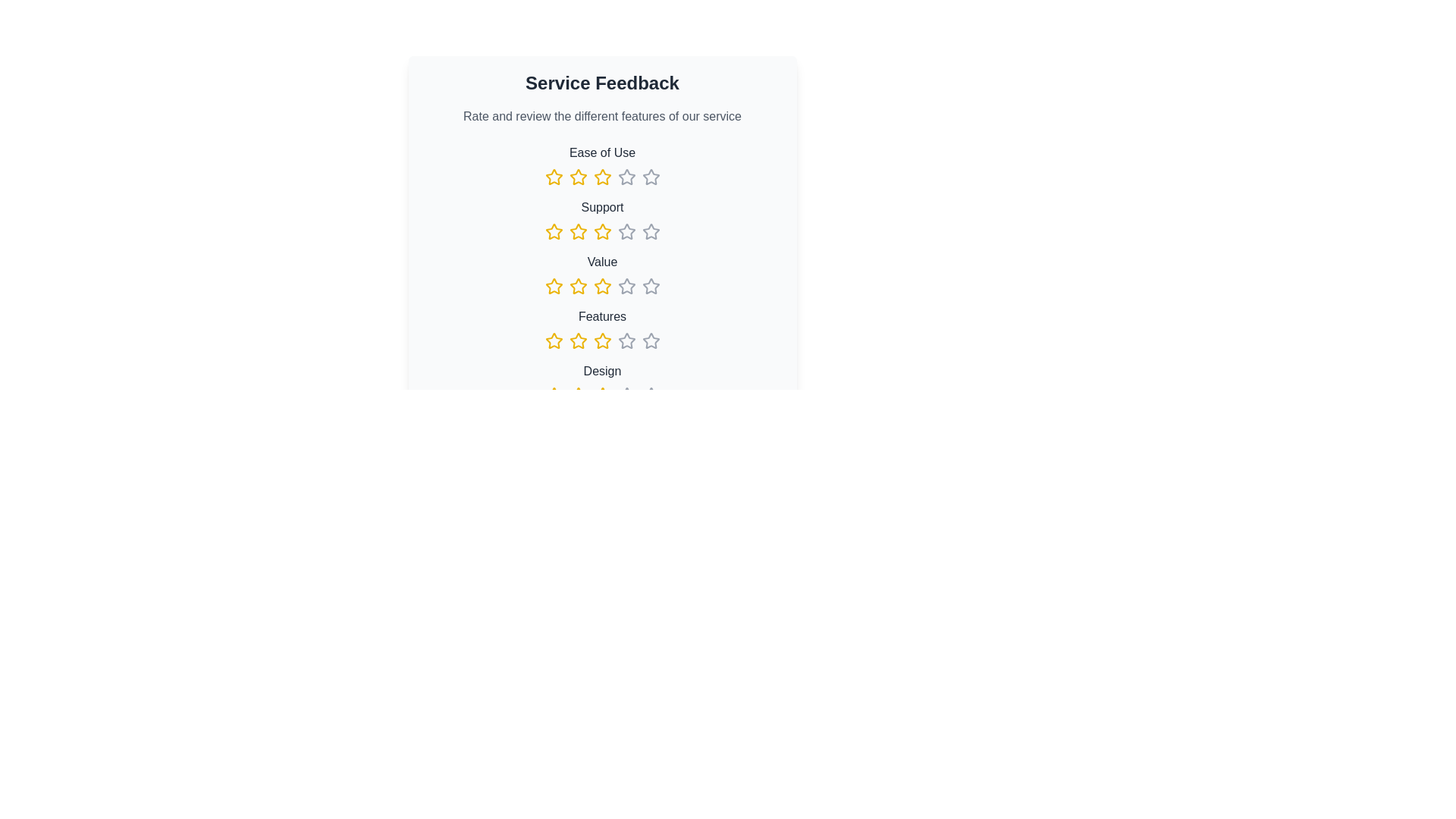  What do you see at coordinates (553, 231) in the screenshot?
I see `the second yellow star icon in the row of five stars under the 'Support' category` at bounding box center [553, 231].